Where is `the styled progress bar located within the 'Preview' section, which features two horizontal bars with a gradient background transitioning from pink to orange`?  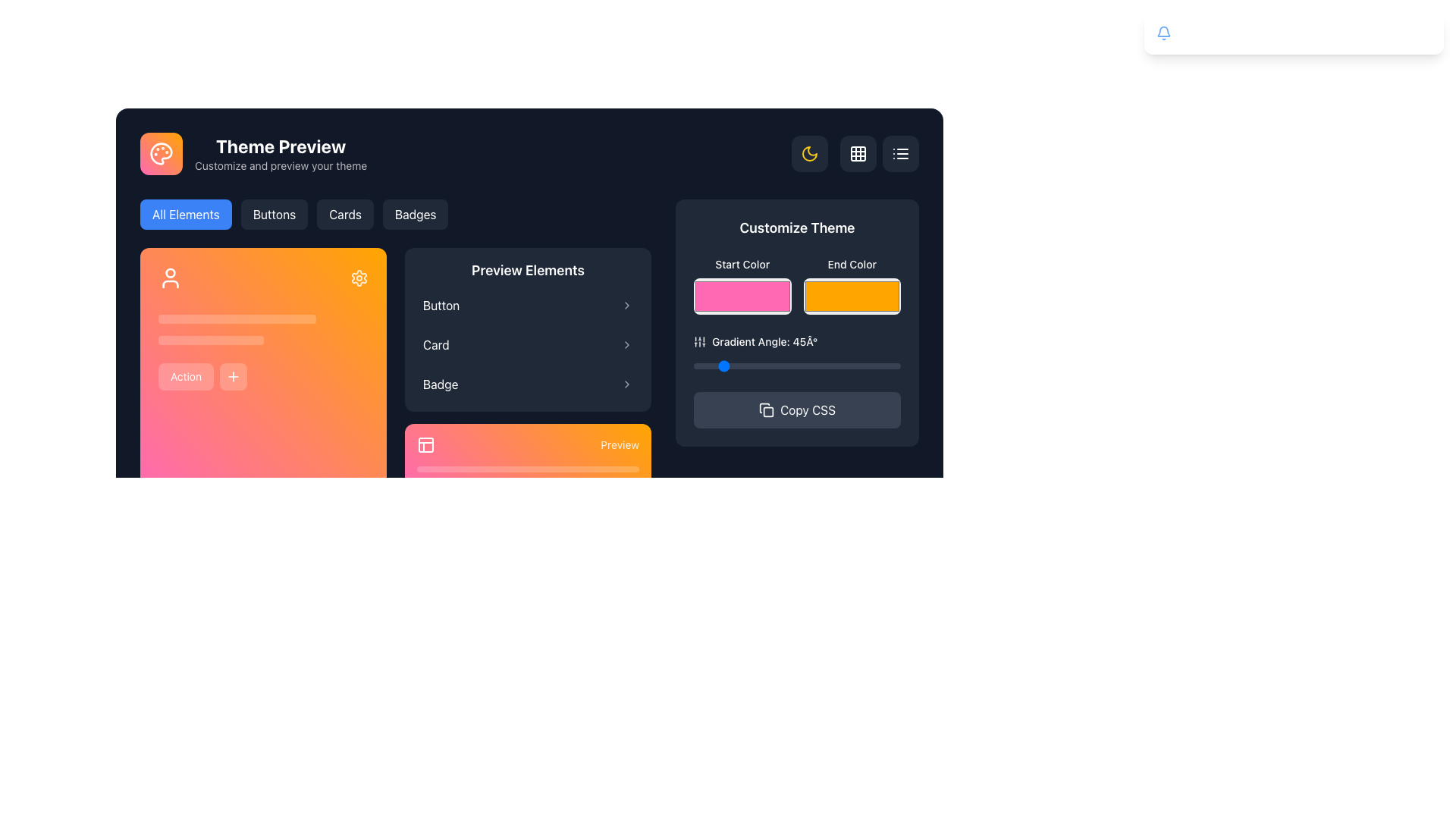
the styled progress bar located within the 'Preview' section, which features two horizontal bars with a gradient background transitioning from pink to orange is located at coordinates (528, 475).